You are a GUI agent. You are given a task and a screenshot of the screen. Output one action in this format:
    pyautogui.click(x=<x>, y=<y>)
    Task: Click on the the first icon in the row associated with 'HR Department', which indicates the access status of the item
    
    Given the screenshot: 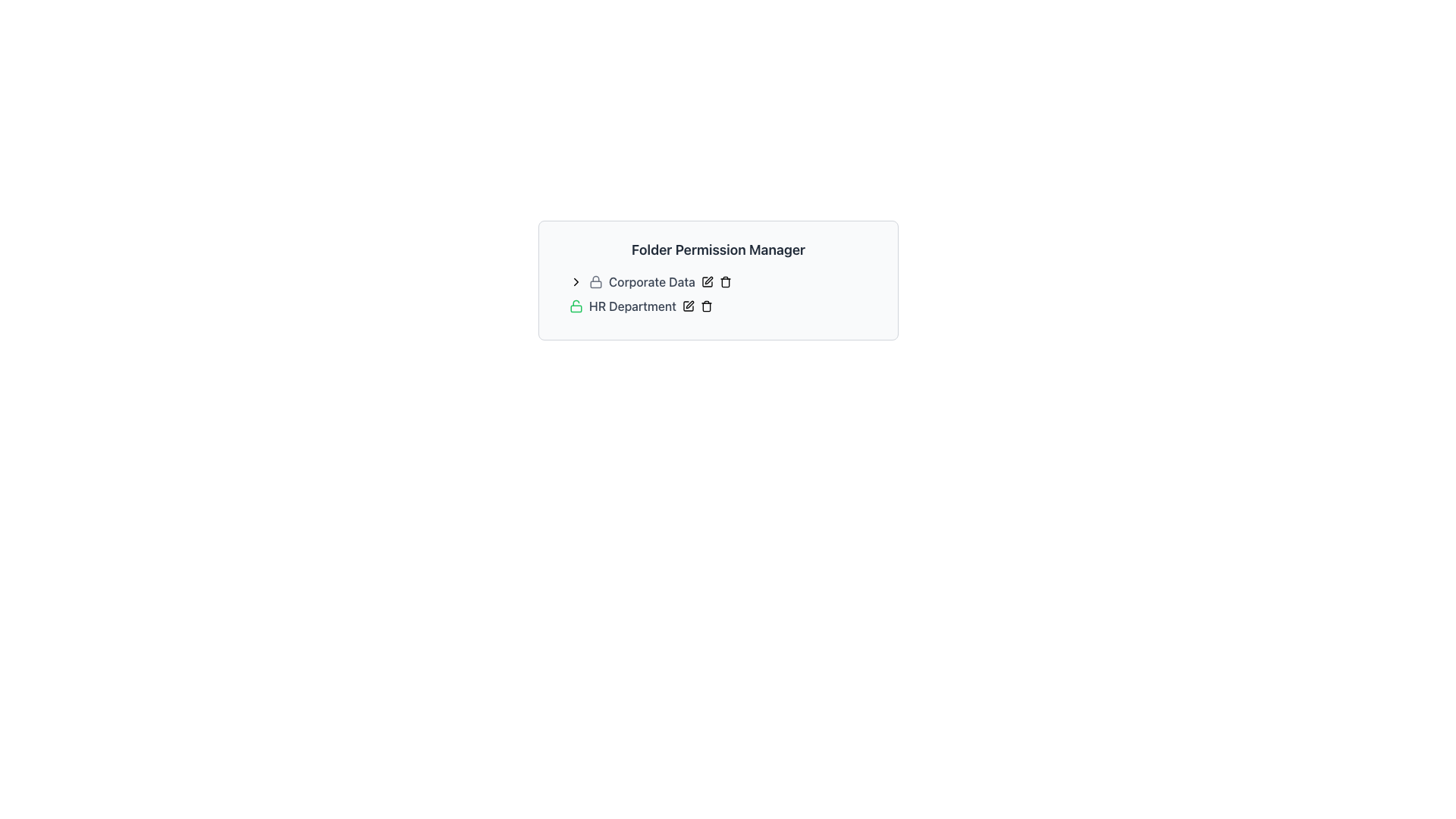 What is the action you would take?
    pyautogui.click(x=575, y=306)
    